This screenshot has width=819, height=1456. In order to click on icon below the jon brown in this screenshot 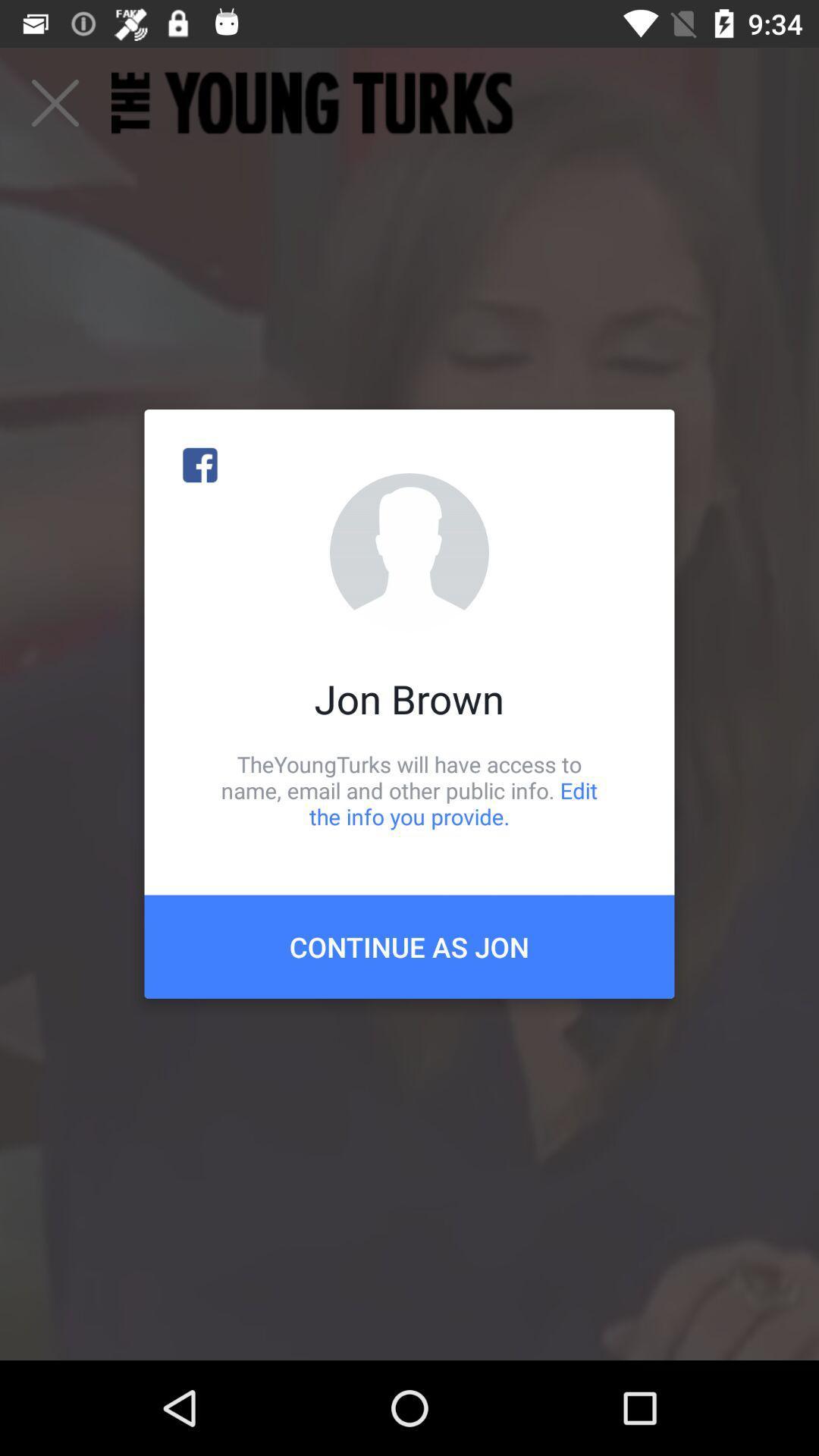, I will do `click(409, 789)`.